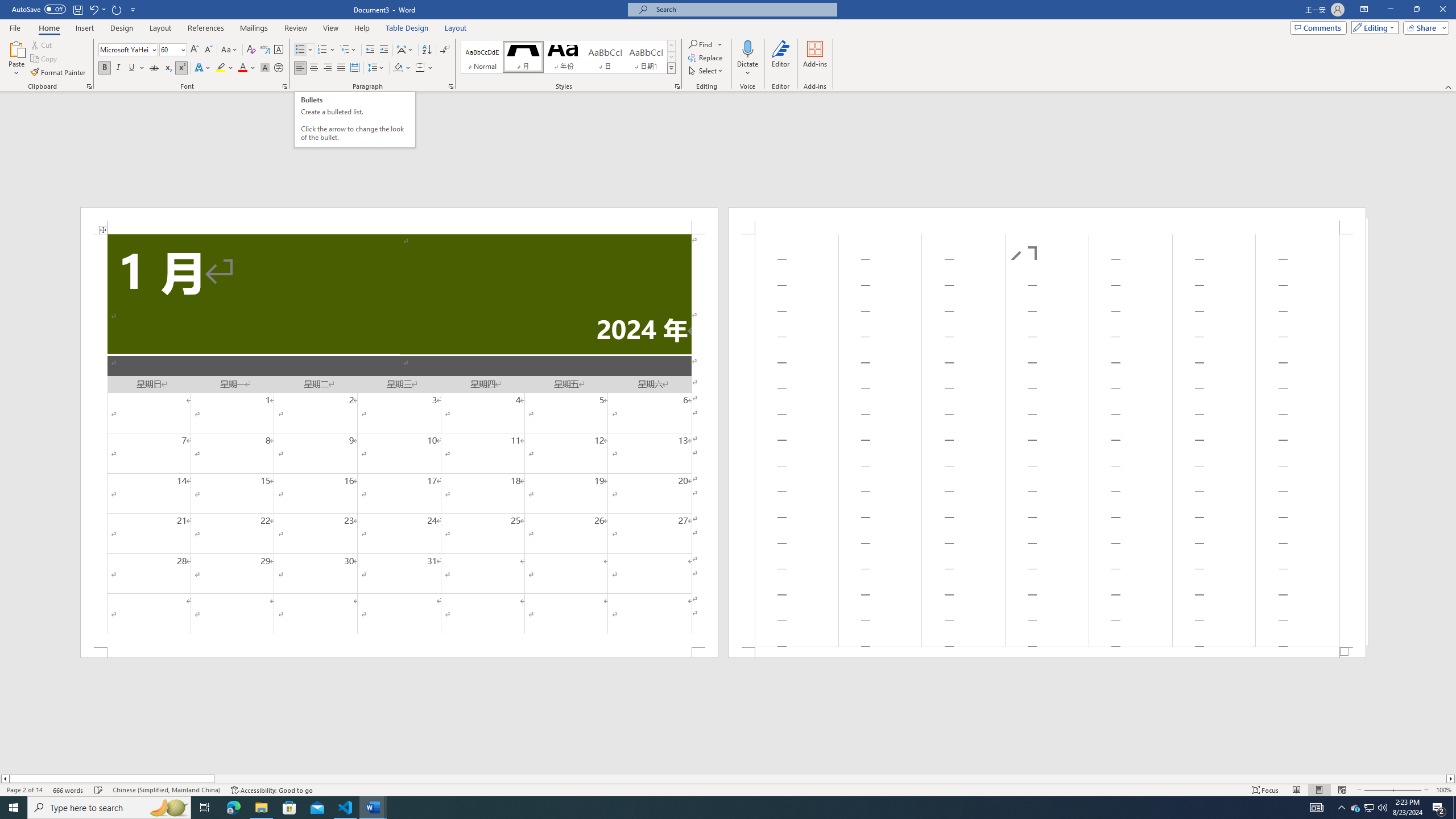 The width and height of the screenshot is (1456, 819). Describe the element at coordinates (48, 28) in the screenshot. I see `'Home'` at that location.